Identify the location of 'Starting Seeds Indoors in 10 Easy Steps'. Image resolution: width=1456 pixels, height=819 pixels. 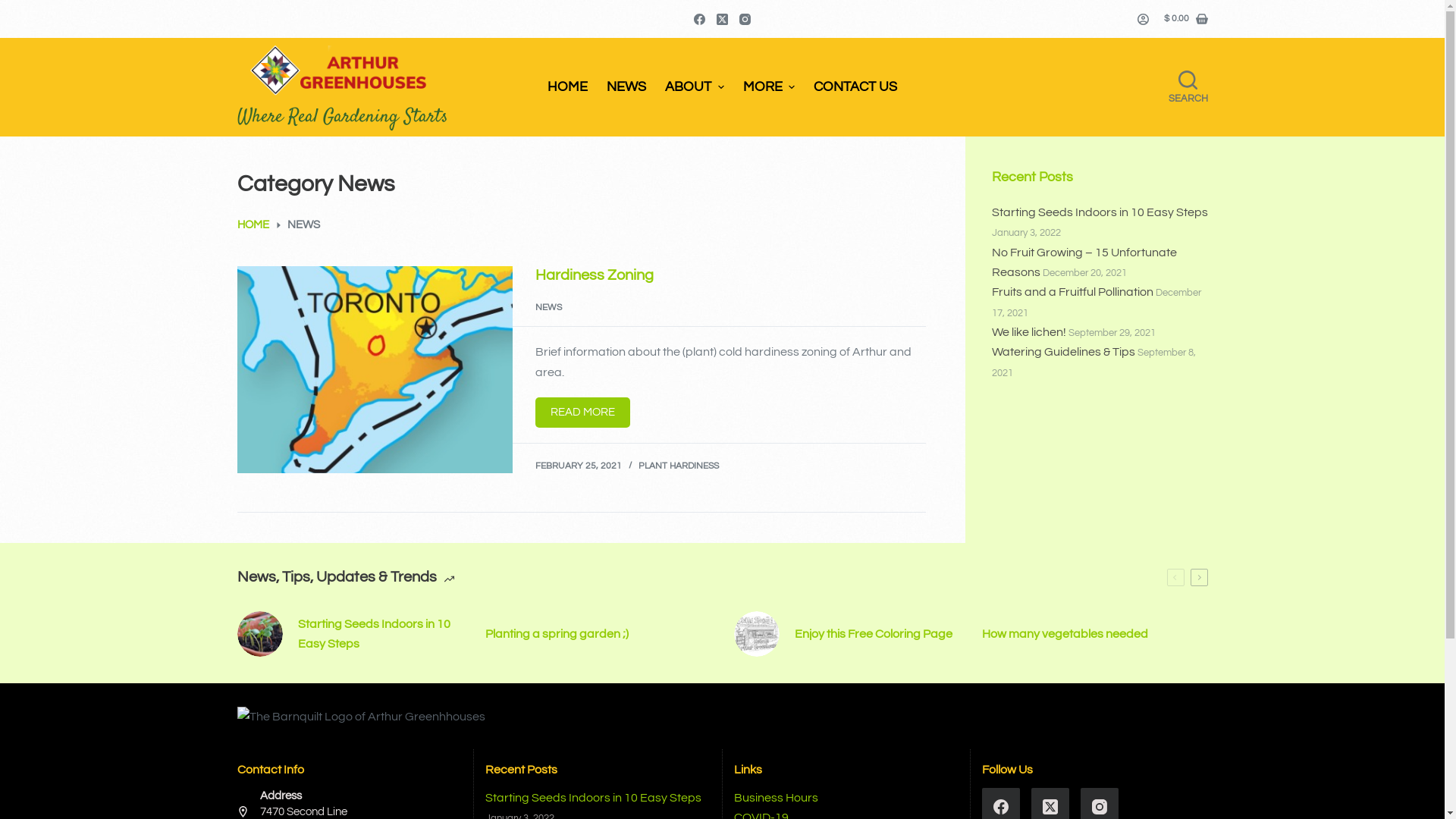
(1100, 212).